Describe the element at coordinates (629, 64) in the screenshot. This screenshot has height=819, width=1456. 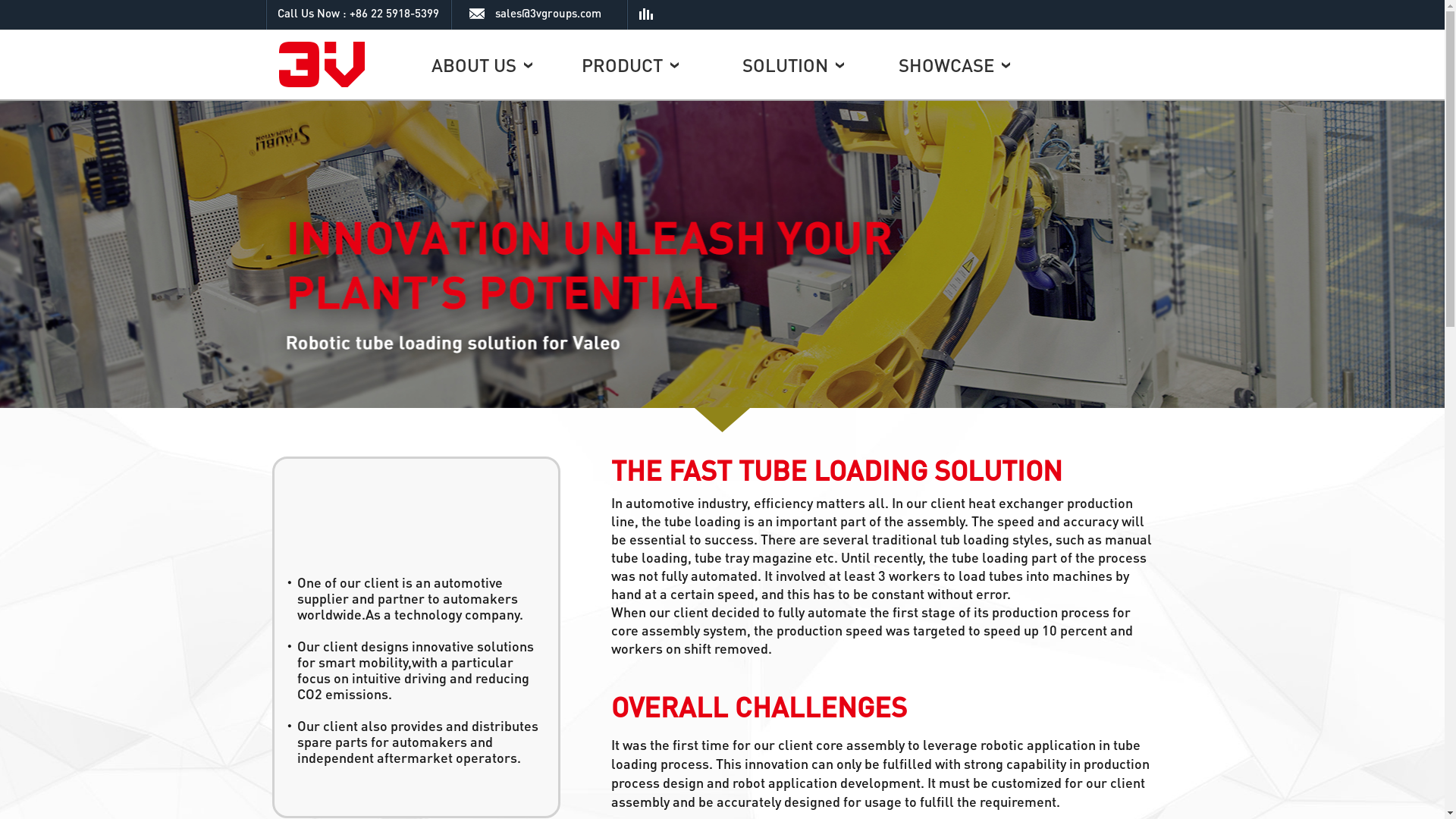
I see `'PRODUCT'` at that location.